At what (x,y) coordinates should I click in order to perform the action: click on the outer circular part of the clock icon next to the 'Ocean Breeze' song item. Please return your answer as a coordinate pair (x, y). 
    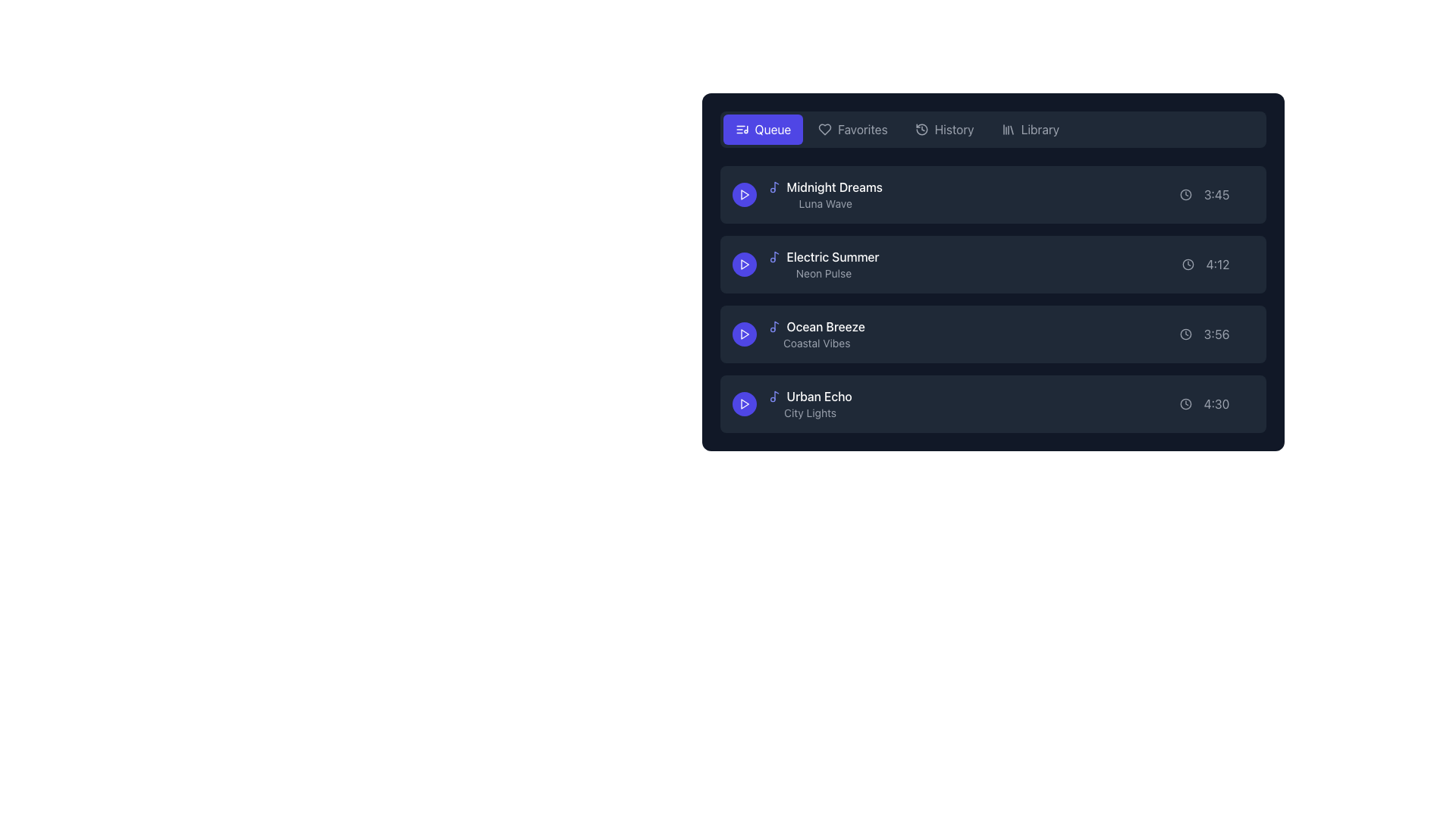
    Looking at the image, I should click on (1185, 333).